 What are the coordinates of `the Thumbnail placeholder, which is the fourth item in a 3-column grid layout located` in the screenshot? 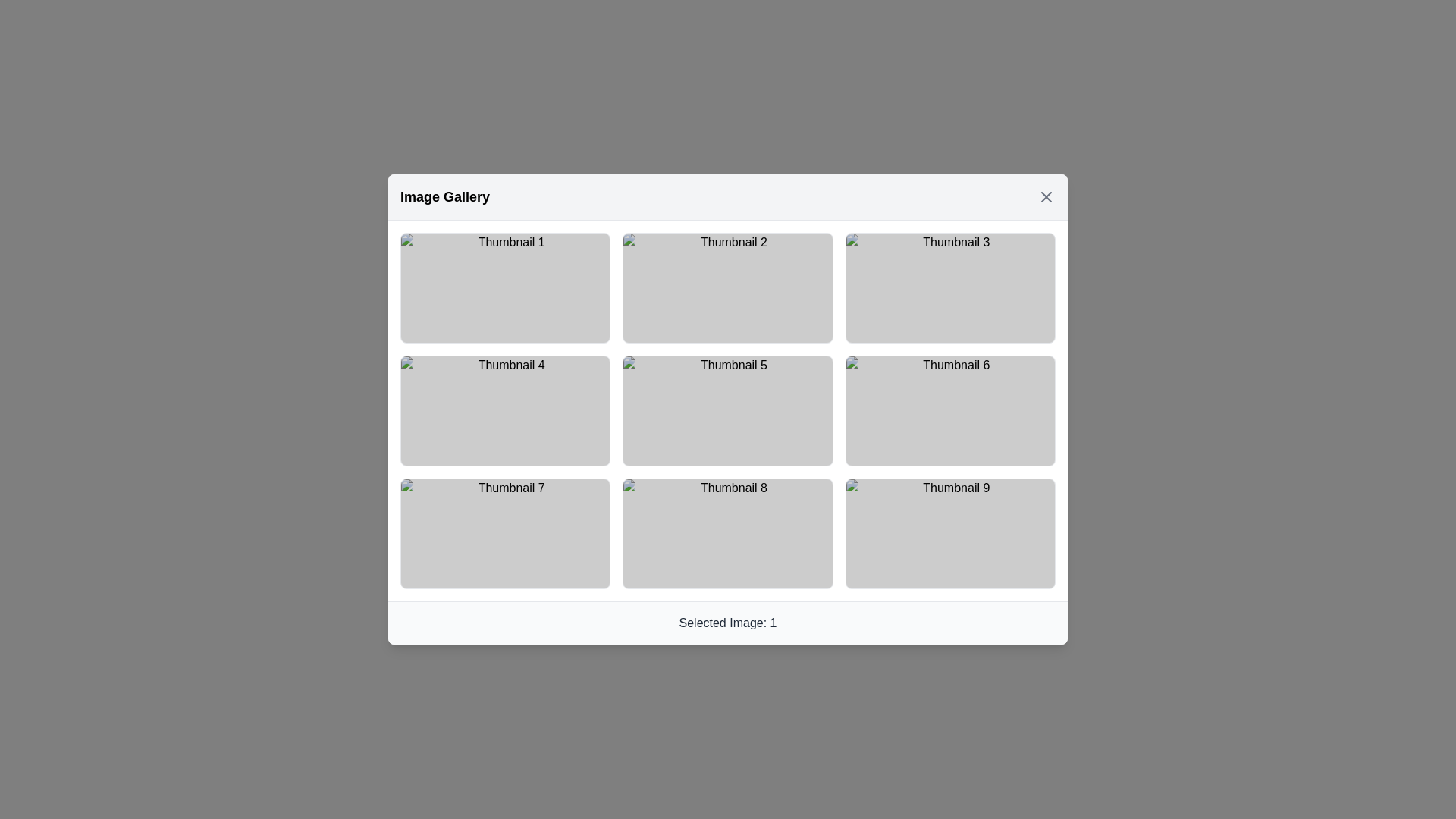 It's located at (505, 411).